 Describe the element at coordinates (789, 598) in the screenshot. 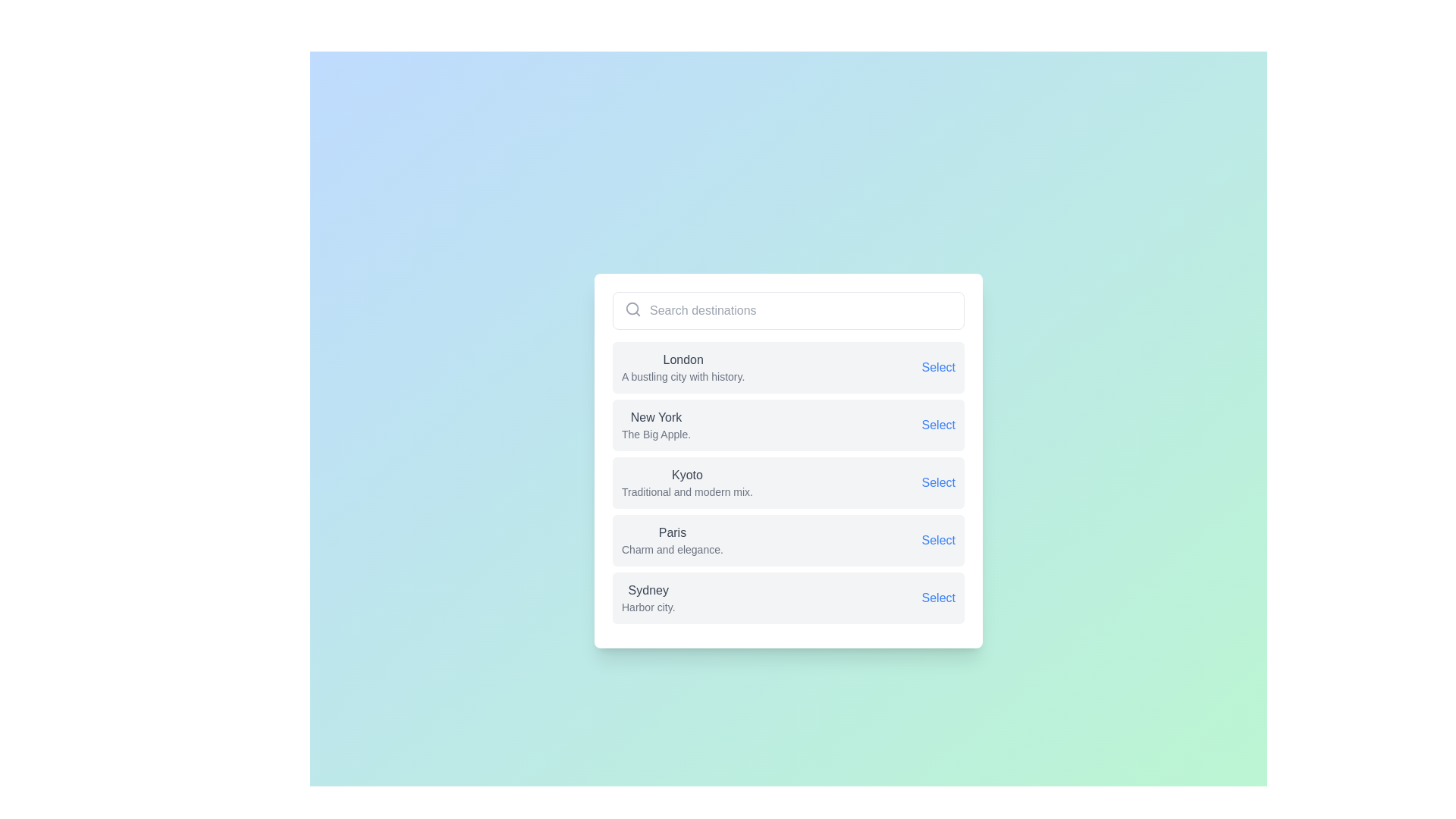

I see `the fifth list item in the vertical list that displays information about 'Sydney' and contains a 'Select' button for accessibility purposes` at that location.